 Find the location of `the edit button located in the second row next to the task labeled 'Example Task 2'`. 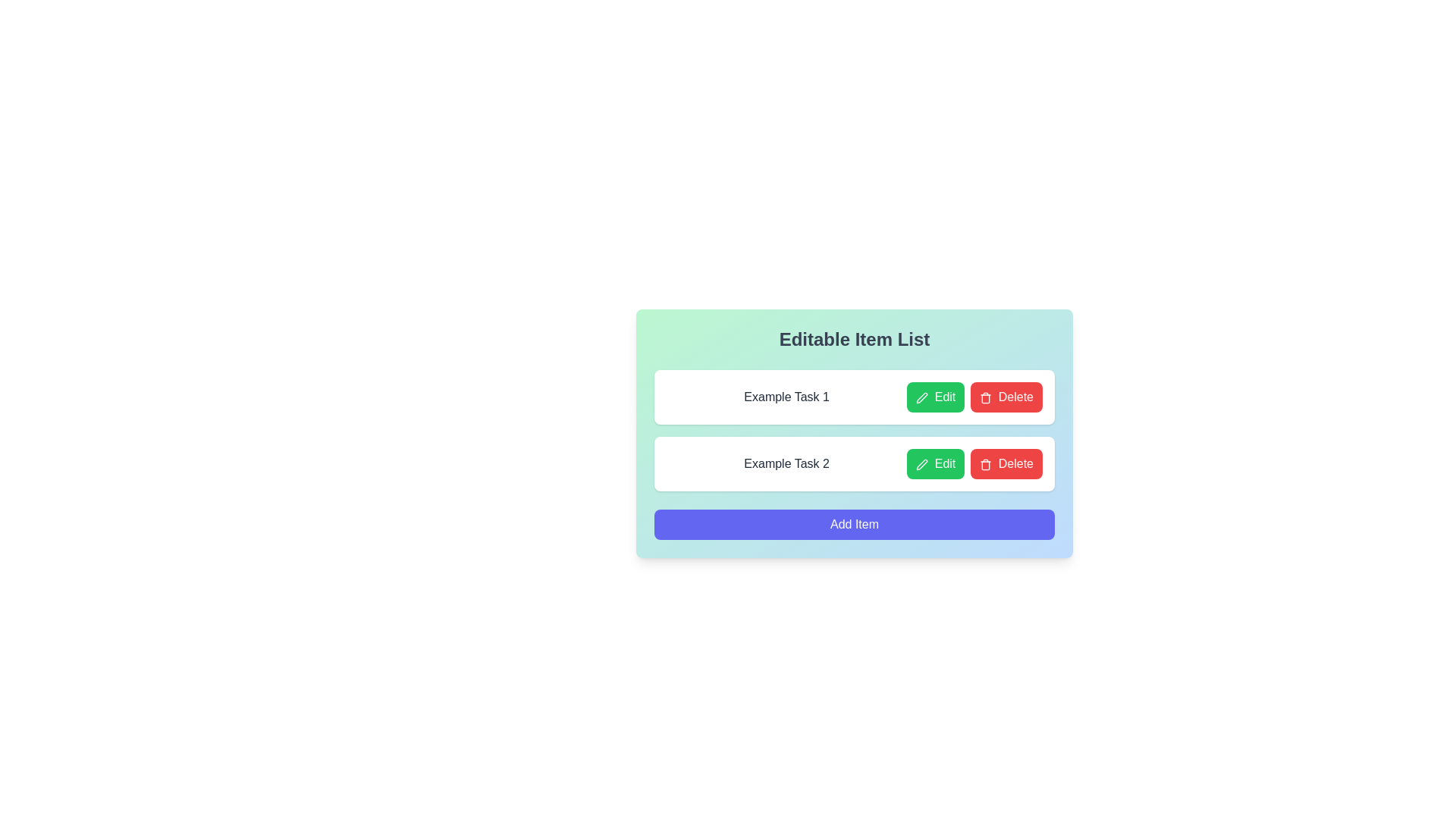

the edit button located in the second row next to the task labeled 'Example Task 2' is located at coordinates (935, 463).